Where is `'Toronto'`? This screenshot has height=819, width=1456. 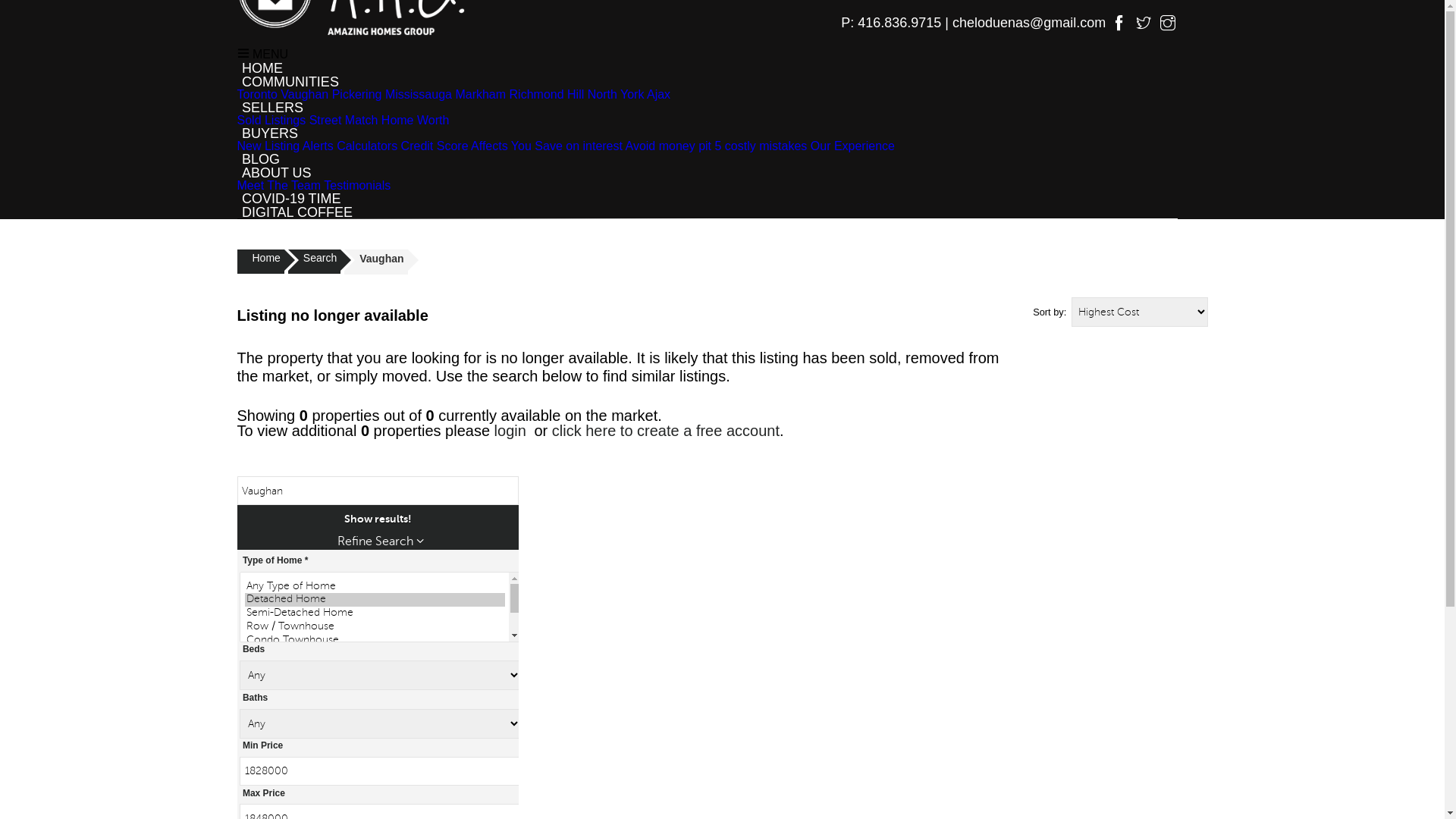
'Toronto' is located at coordinates (236, 94).